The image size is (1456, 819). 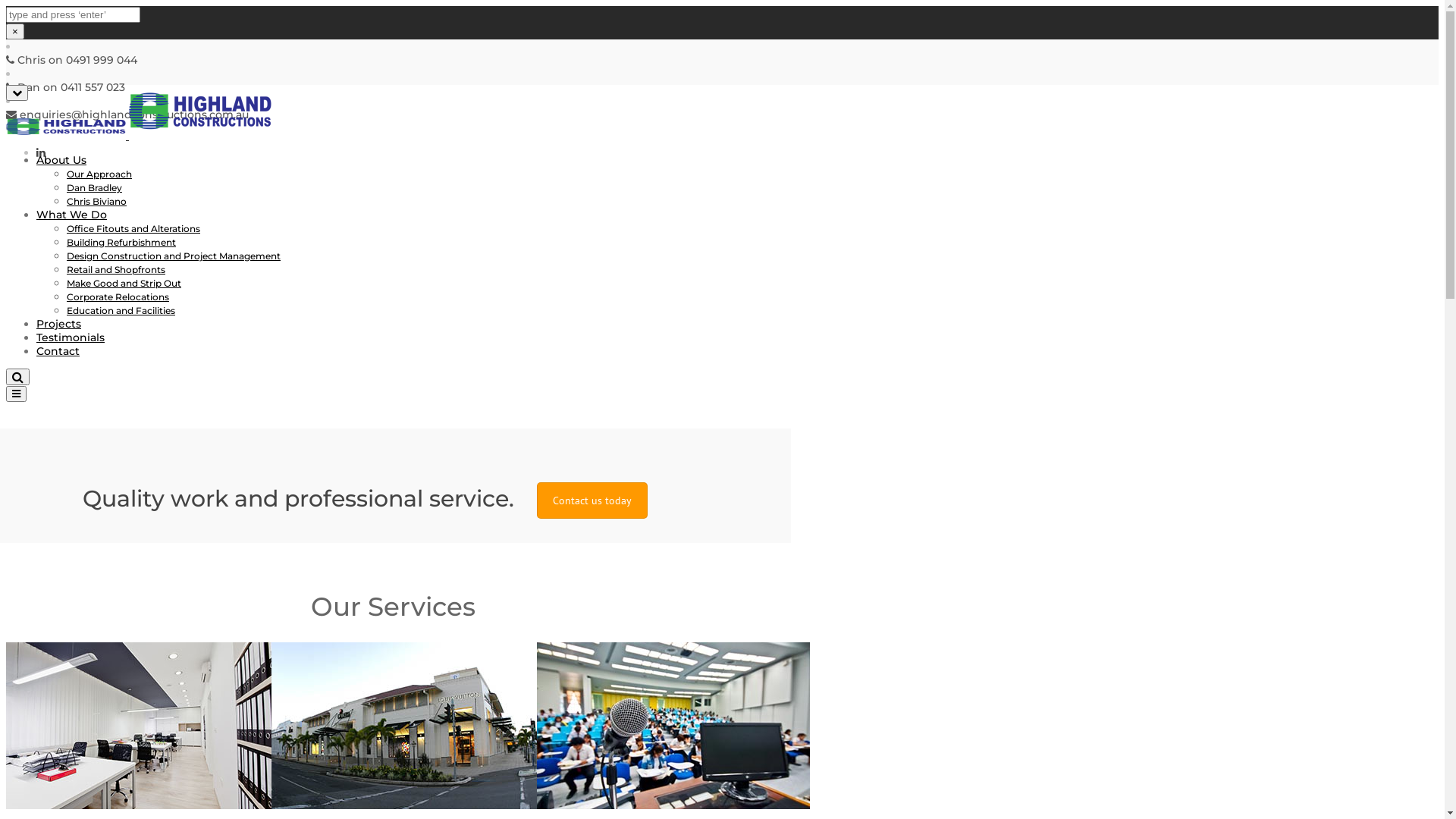 What do you see at coordinates (115, 268) in the screenshot?
I see `'Retail and Shopfronts'` at bounding box center [115, 268].